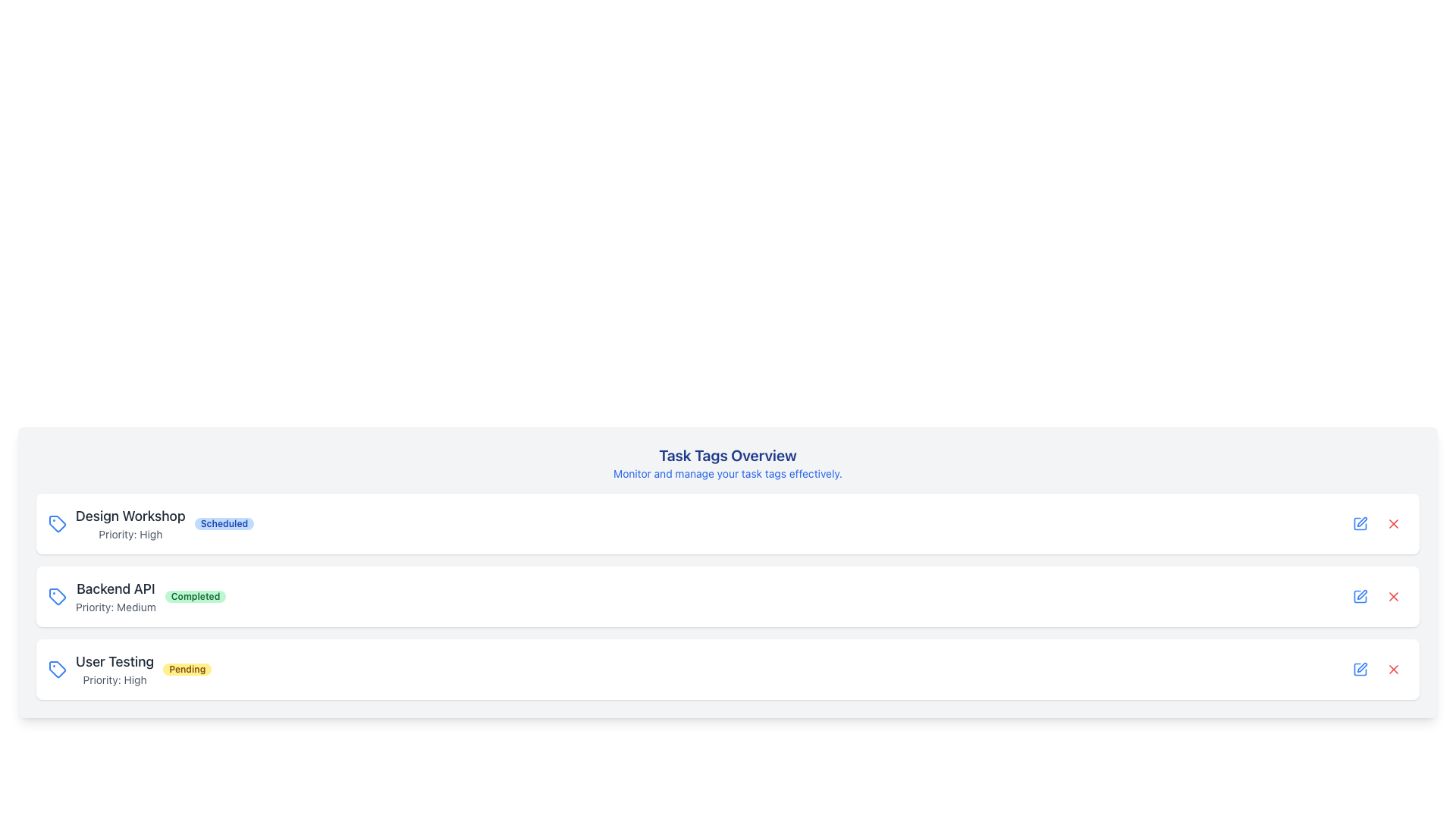 Image resolution: width=1456 pixels, height=819 pixels. I want to click on the edit button located in the last row of the task list, positioned to the left of the red 'close' icon, to initiate editing, so click(1360, 595).